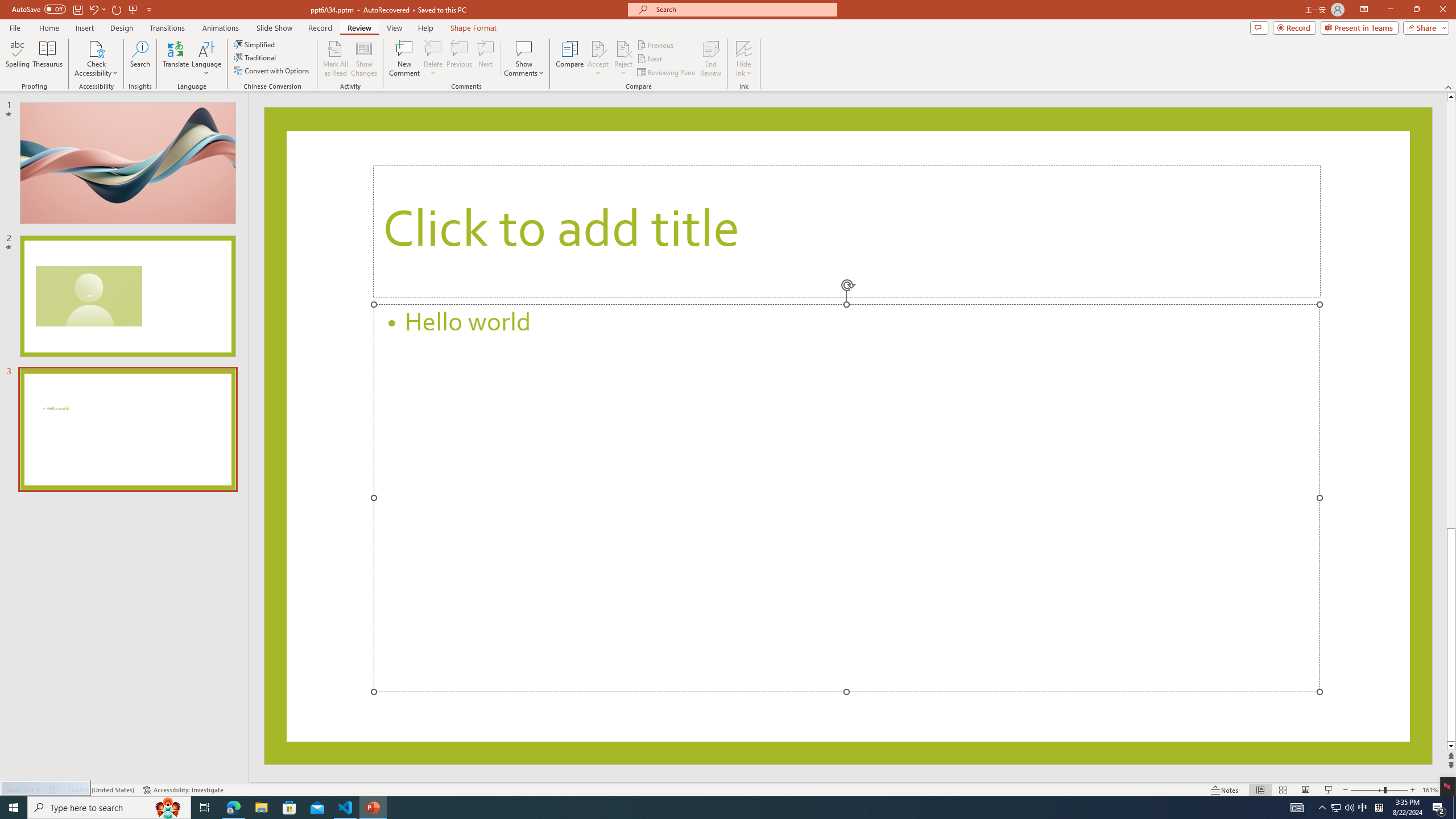  Describe the element at coordinates (95, 48) in the screenshot. I see `'Check Accessibility'` at that location.